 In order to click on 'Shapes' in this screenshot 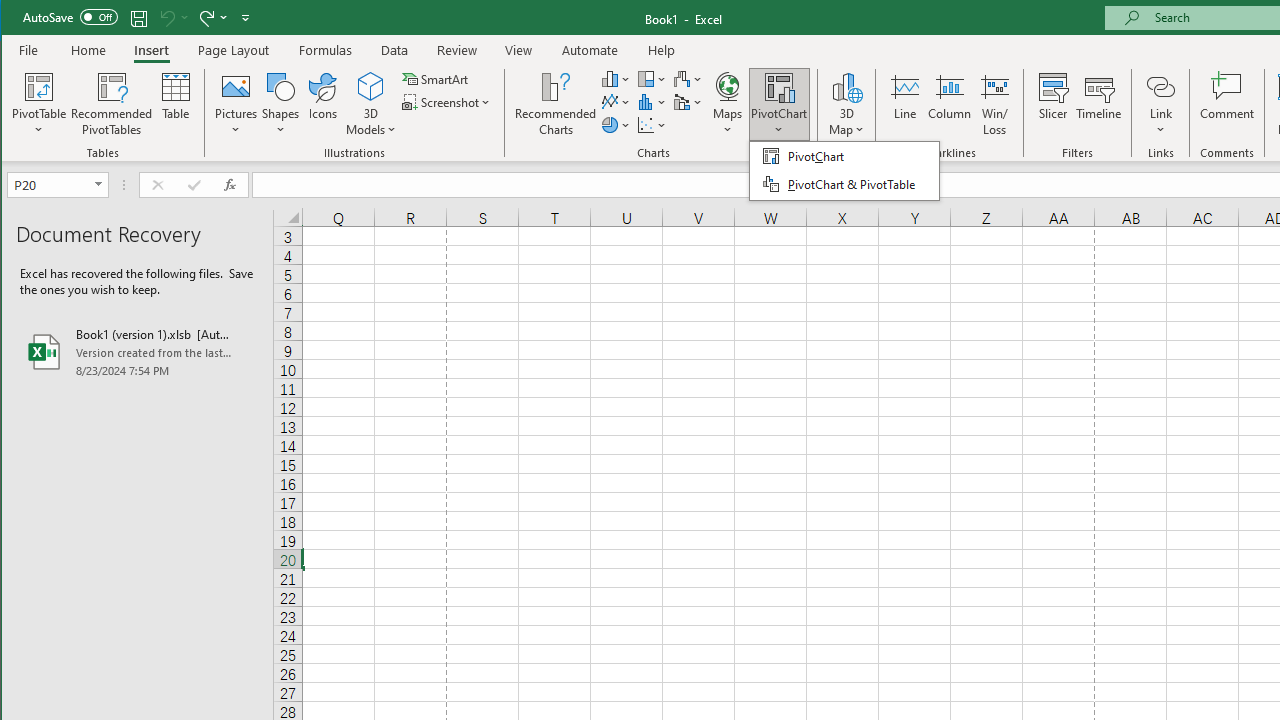, I will do `click(279, 104)`.